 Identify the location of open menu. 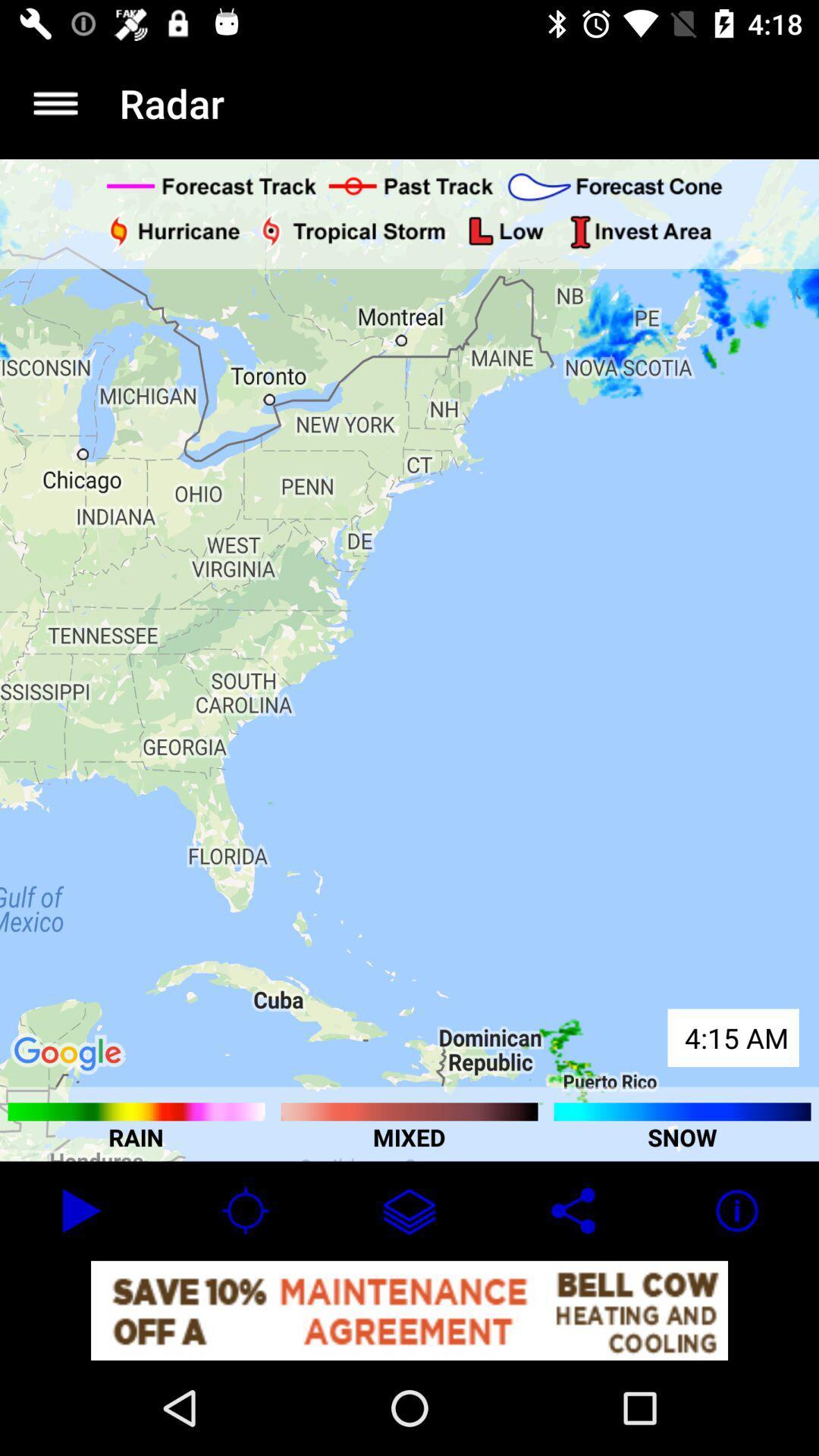
(55, 102).